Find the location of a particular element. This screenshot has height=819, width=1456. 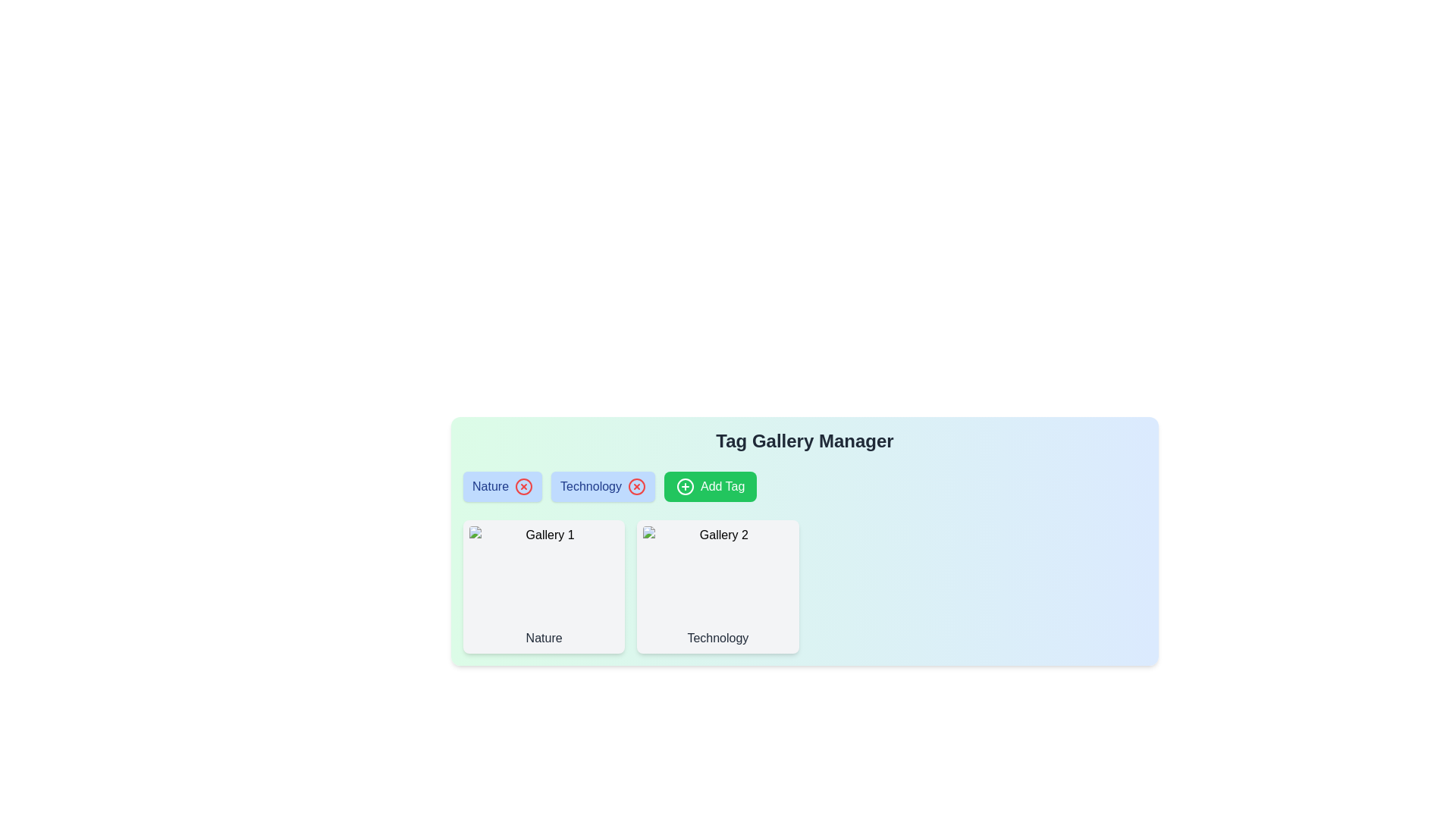

the leftmost card in the gallery representing the category 'Nature' is located at coordinates (544, 586).